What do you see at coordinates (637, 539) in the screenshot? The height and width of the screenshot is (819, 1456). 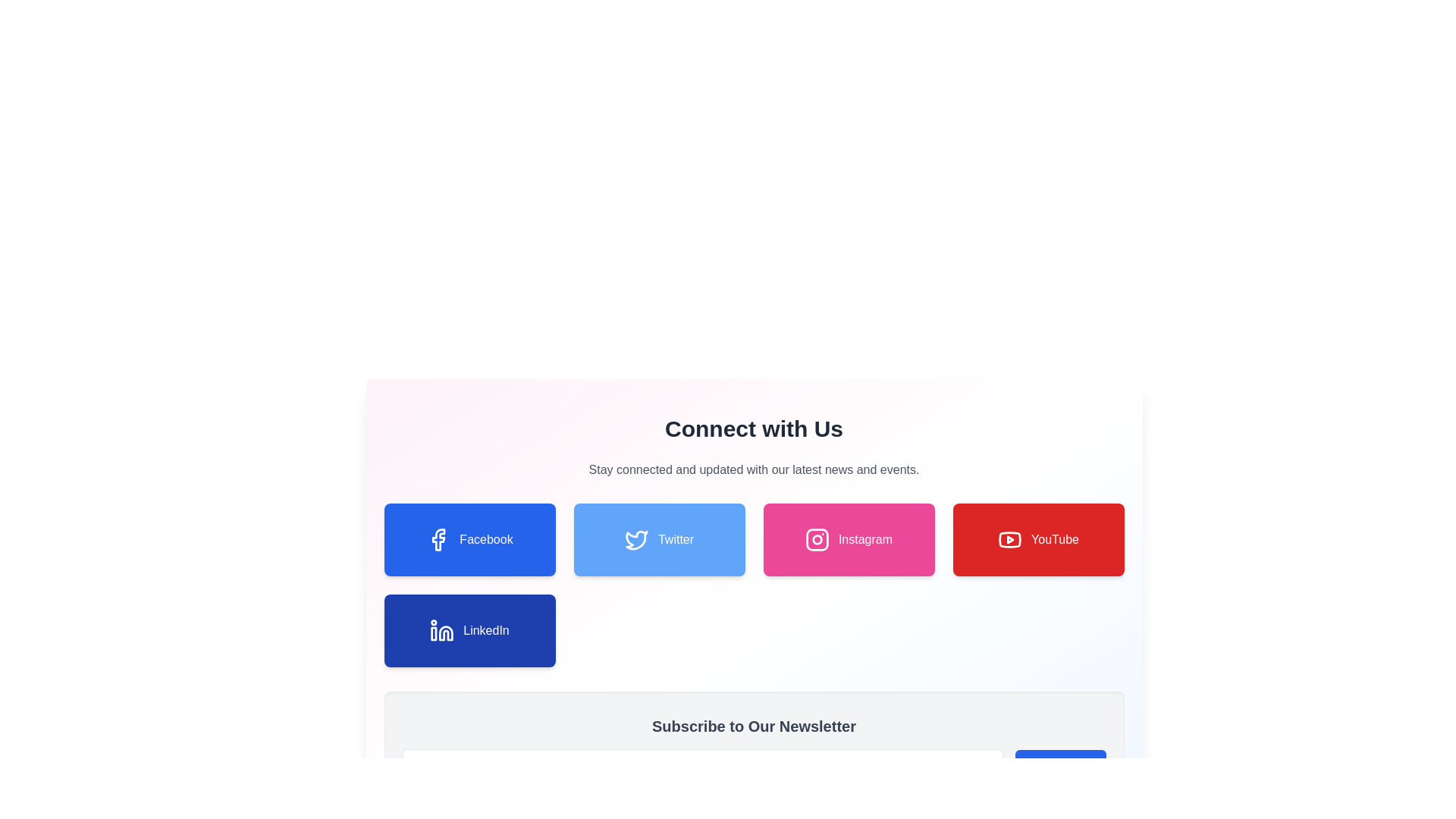 I see `the Twitter icon button located centrally below the 'Connect with Us' title` at bounding box center [637, 539].